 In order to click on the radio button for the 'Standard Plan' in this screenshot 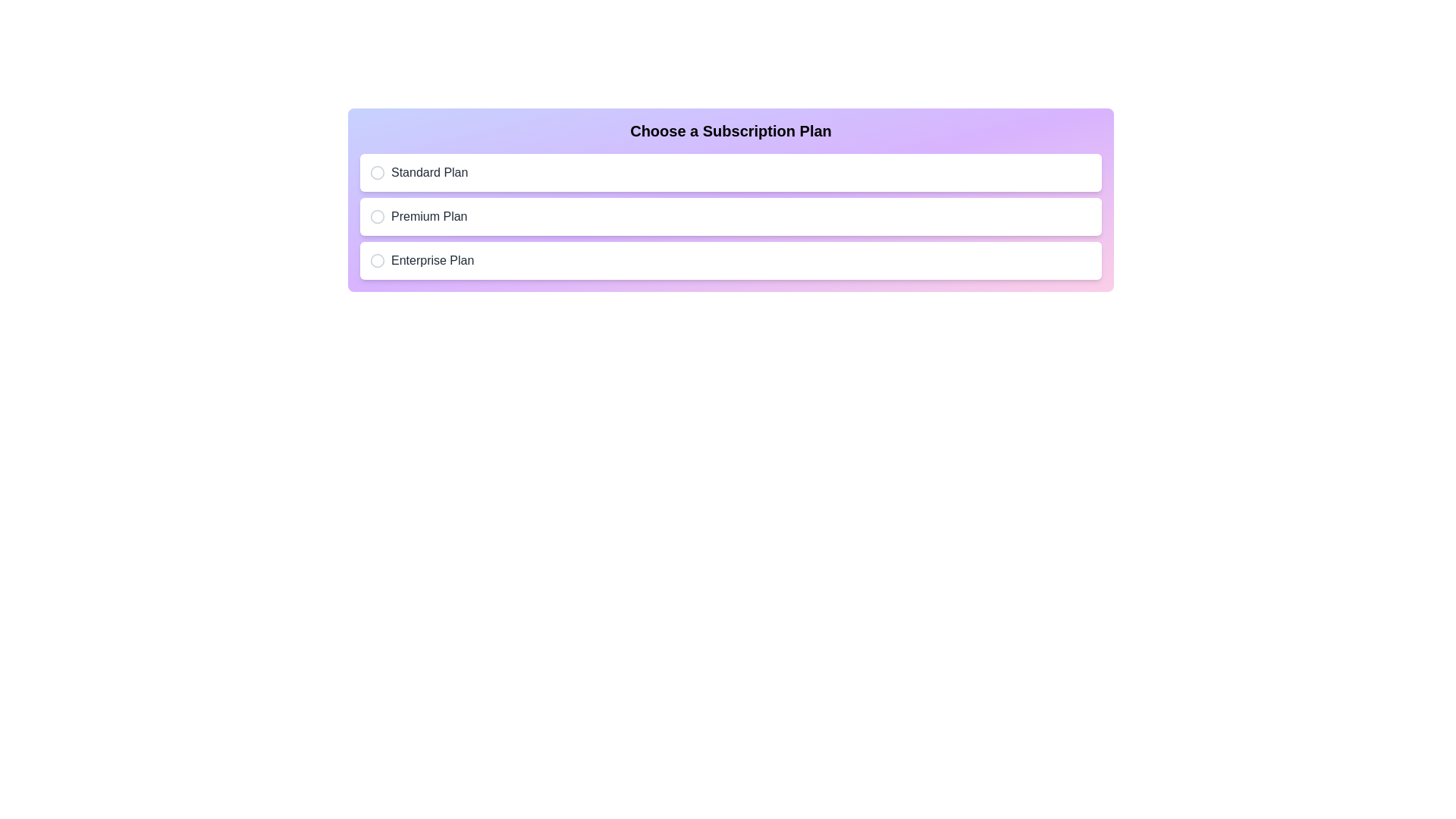, I will do `click(378, 171)`.